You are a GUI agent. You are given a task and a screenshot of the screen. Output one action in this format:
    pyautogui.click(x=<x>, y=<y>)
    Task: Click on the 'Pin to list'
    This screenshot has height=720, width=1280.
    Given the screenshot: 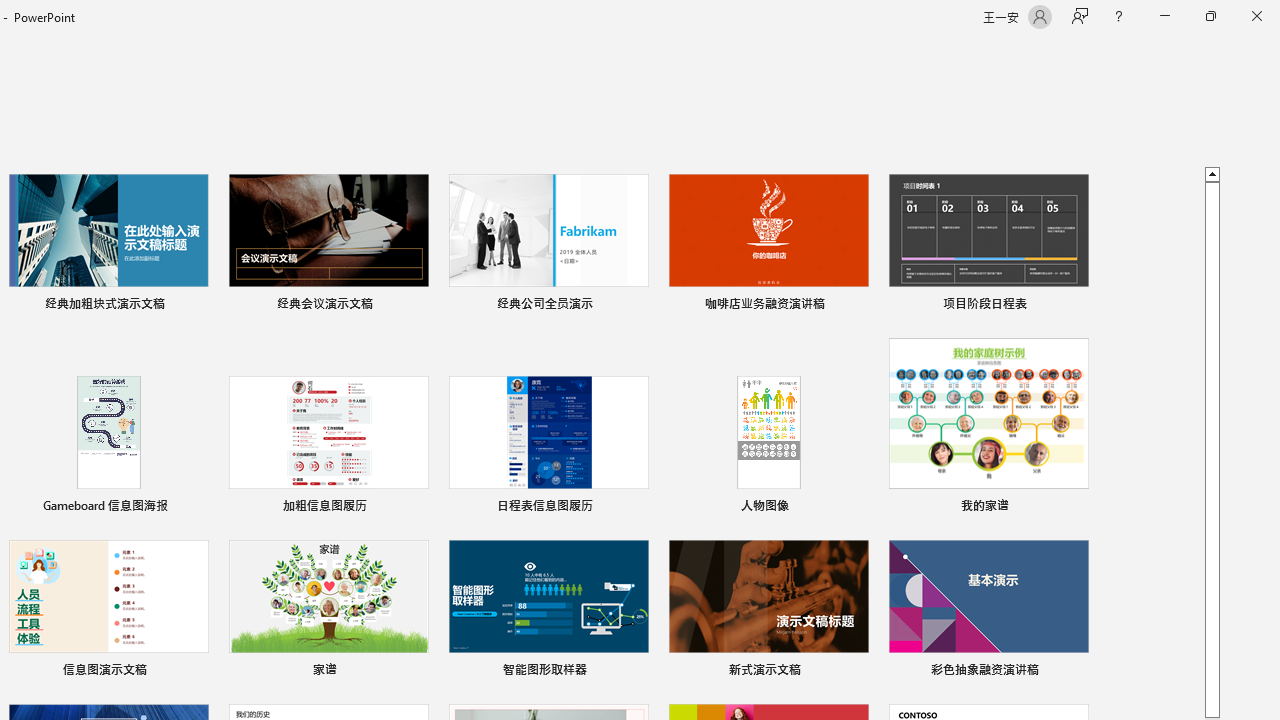 What is the action you would take?
    pyautogui.click(x=1074, y=672)
    